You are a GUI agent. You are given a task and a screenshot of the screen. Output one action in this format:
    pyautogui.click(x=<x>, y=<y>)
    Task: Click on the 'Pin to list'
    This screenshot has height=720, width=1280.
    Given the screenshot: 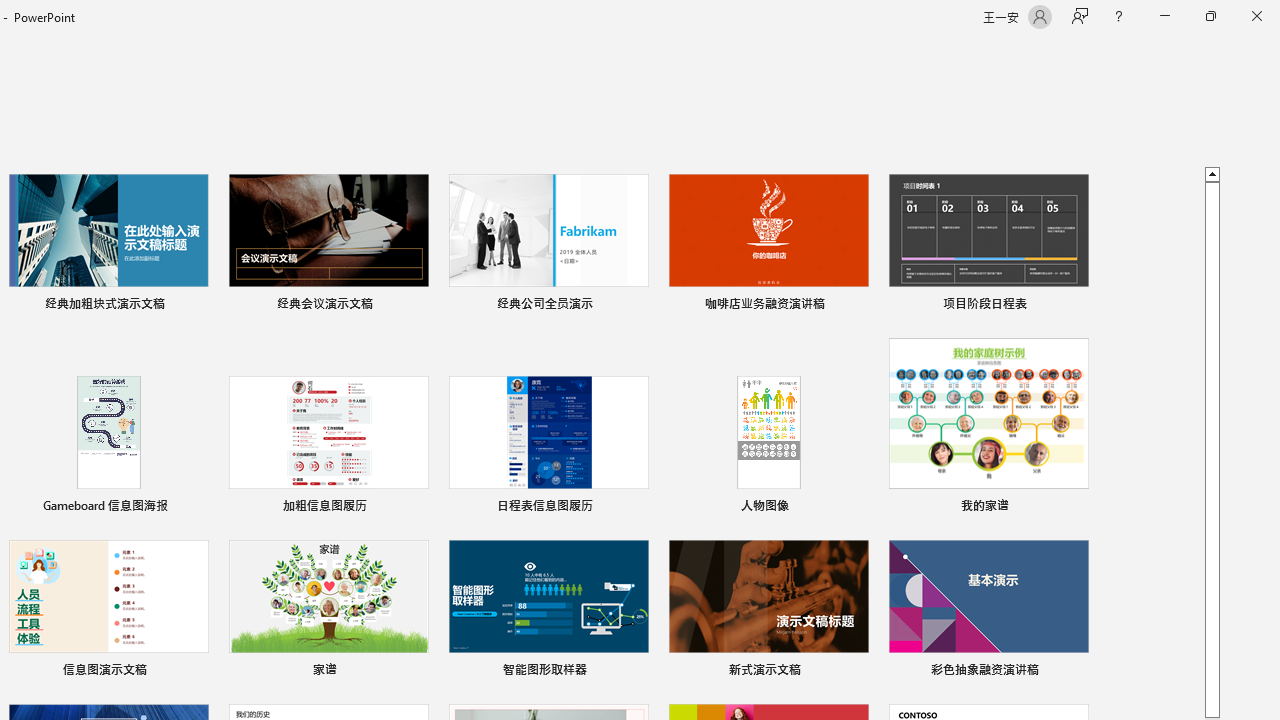 What is the action you would take?
    pyautogui.click(x=1074, y=672)
    